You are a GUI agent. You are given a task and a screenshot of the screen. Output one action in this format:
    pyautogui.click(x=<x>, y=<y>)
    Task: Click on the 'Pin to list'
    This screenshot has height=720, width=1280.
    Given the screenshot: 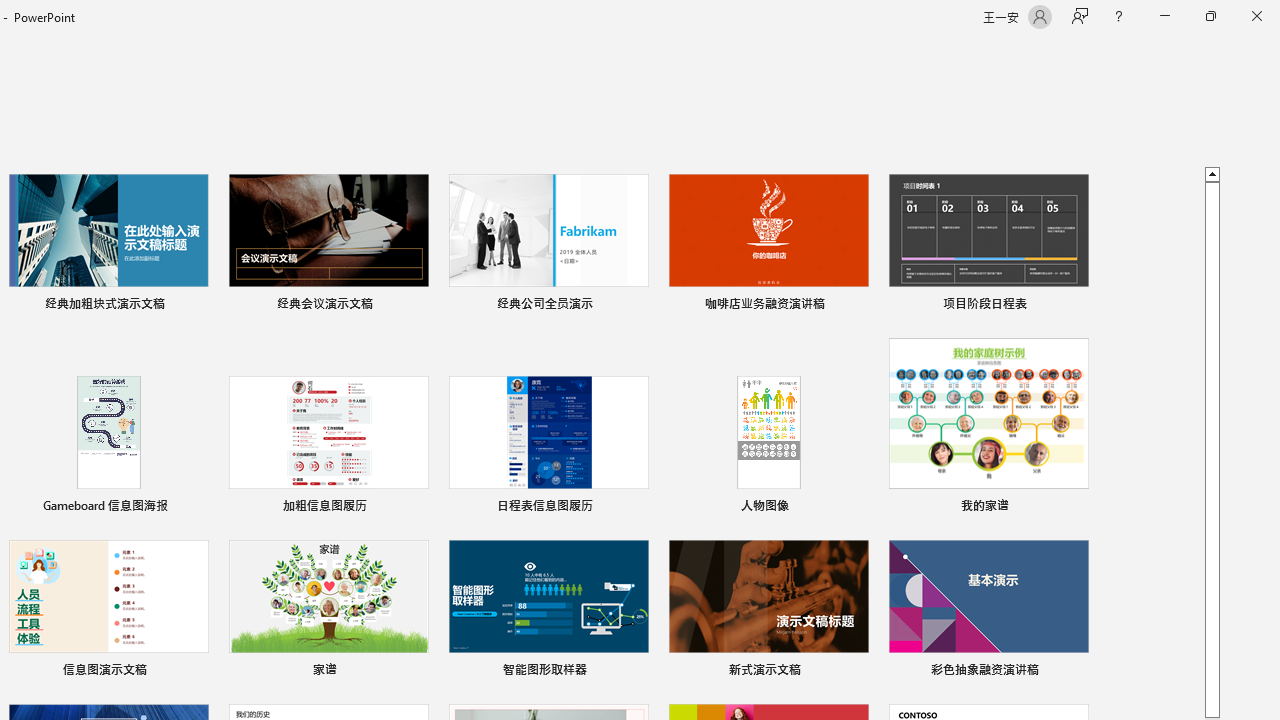 What is the action you would take?
    pyautogui.click(x=1074, y=672)
    